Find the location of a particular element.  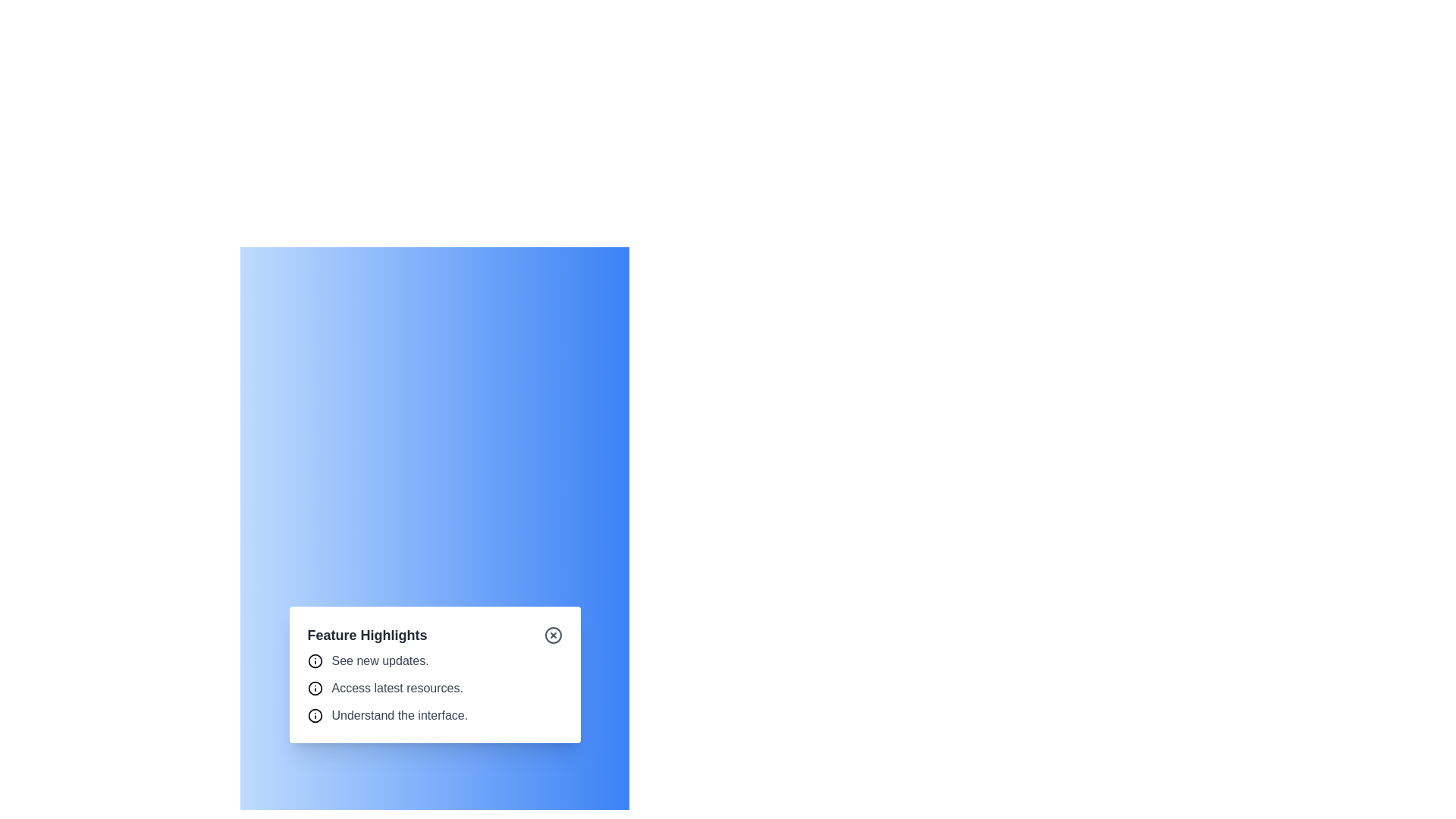

the circular, orange-filled button labeled 'Details' to trigger visual effects is located at coordinates (434, 656).